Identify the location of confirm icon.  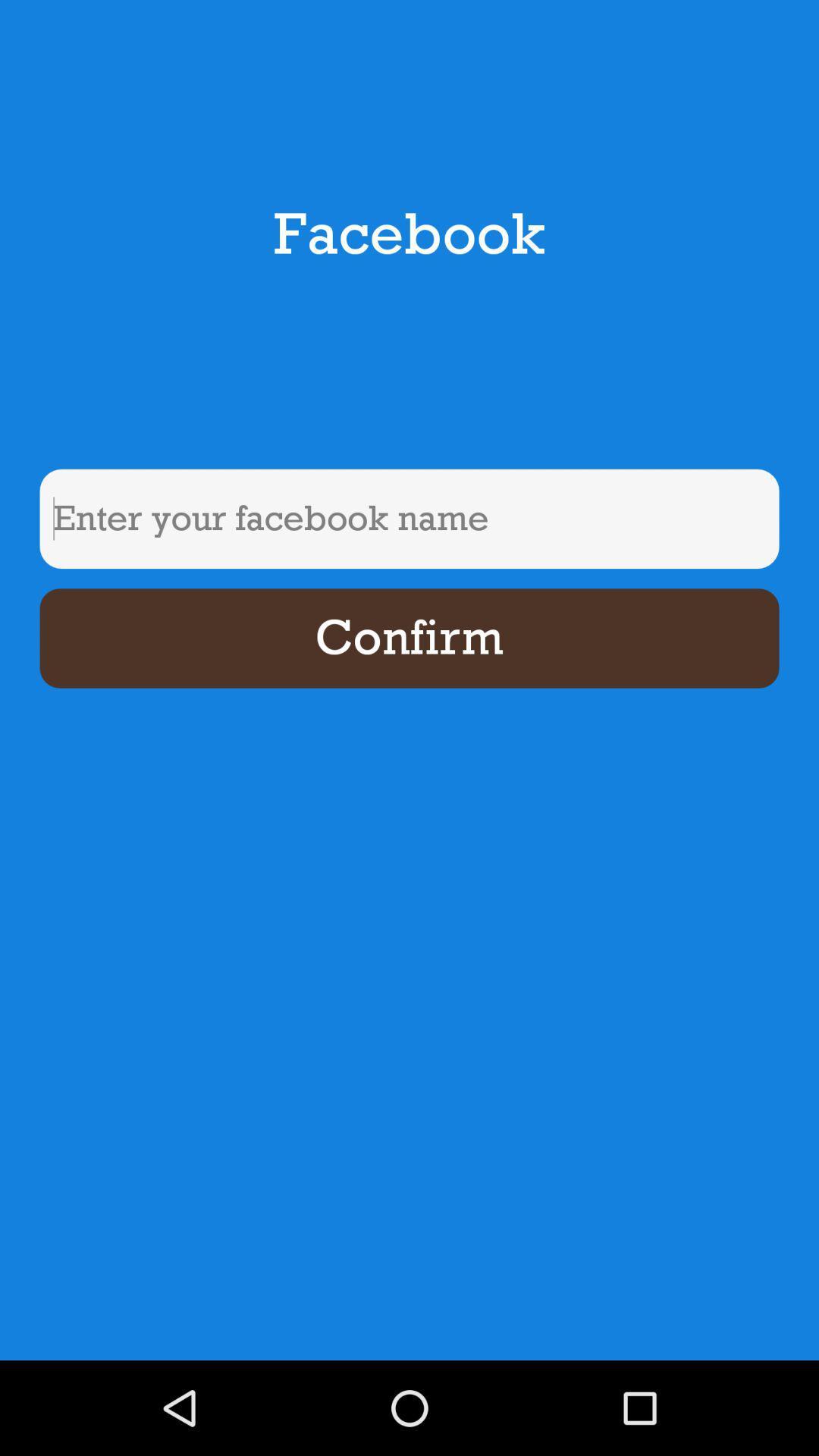
(409, 638).